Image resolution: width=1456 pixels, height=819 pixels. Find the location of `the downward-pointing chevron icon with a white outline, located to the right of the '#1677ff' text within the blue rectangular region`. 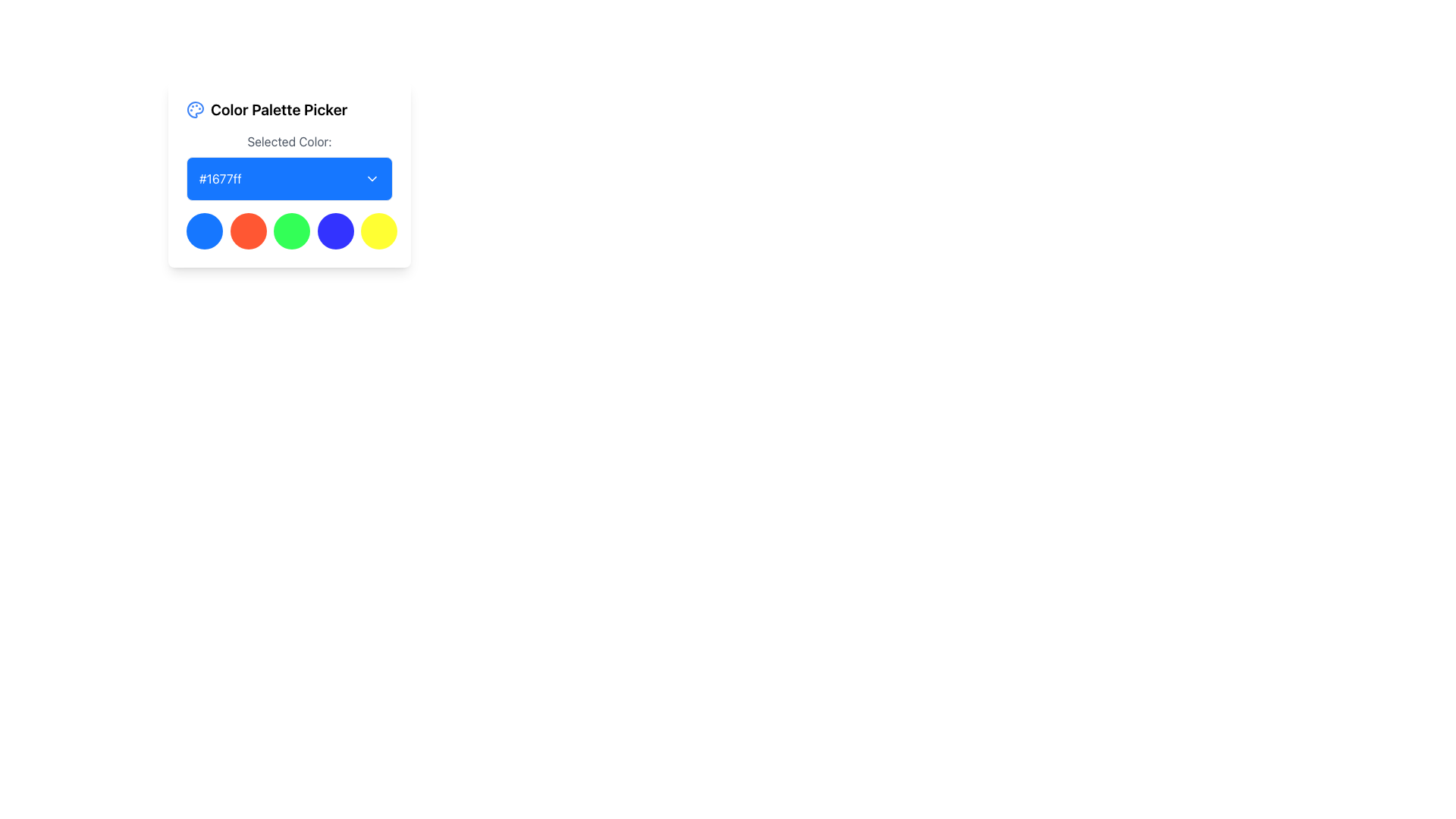

the downward-pointing chevron icon with a white outline, located to the right of the '#1677ff' text within the blue rectangular region is located at coordinates (372, 177).